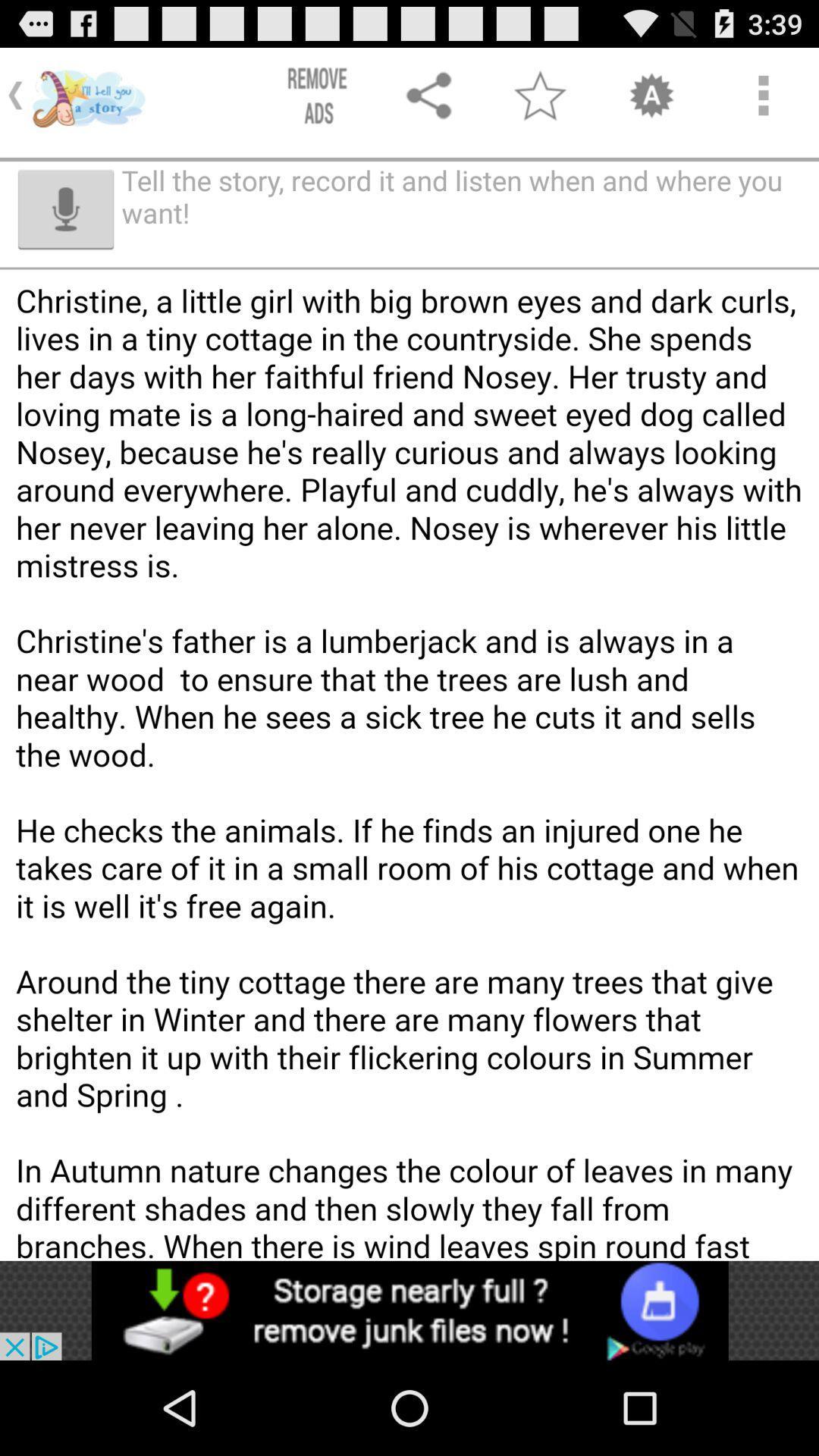  Describe the element at coordinates (65, 223) in the screenshot. I see `the microphone icon` at that location.